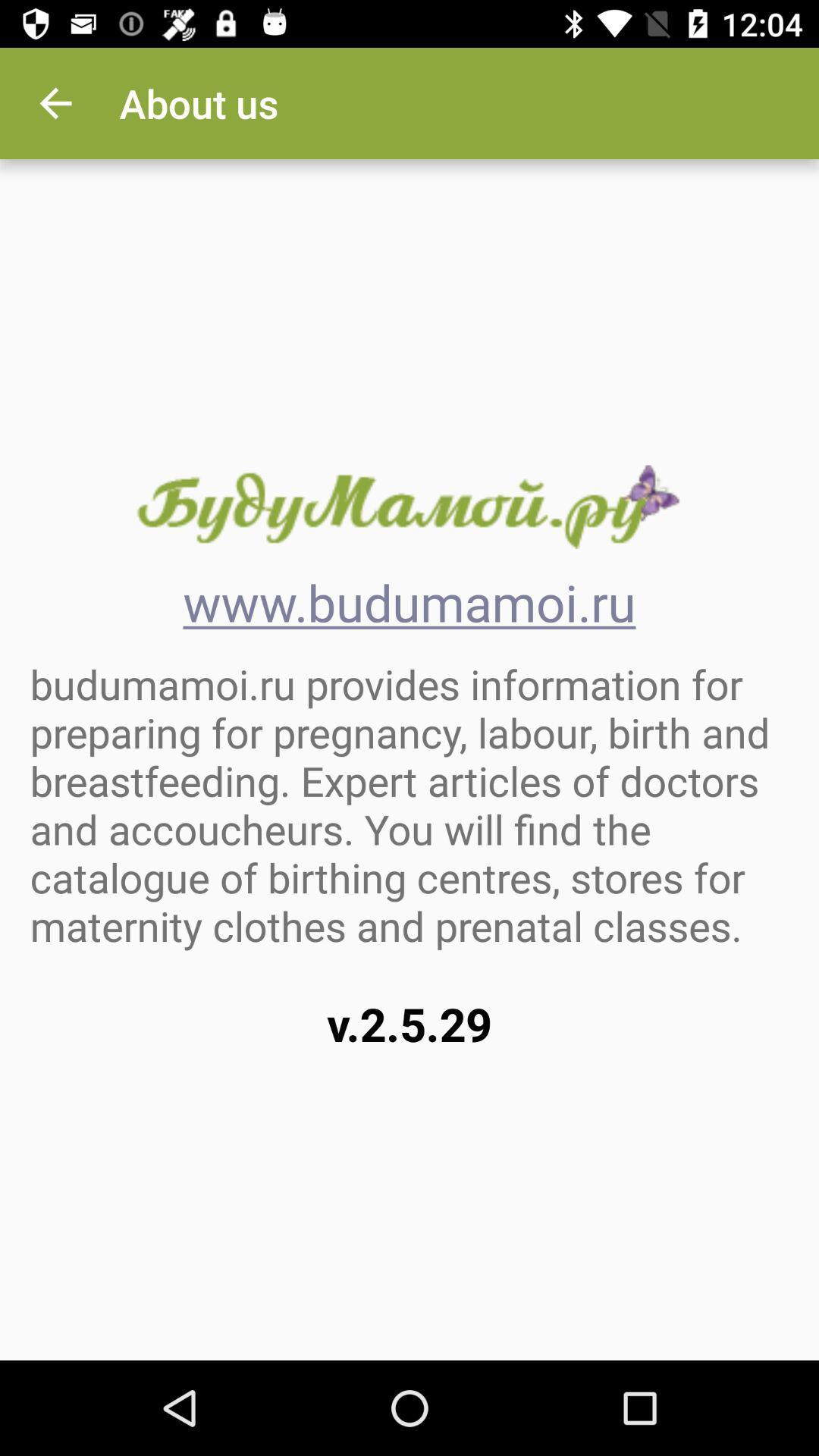  Describe the element at coordinates (55, 102) in the screenshot. I see `icon to the left of about us app` at that location.